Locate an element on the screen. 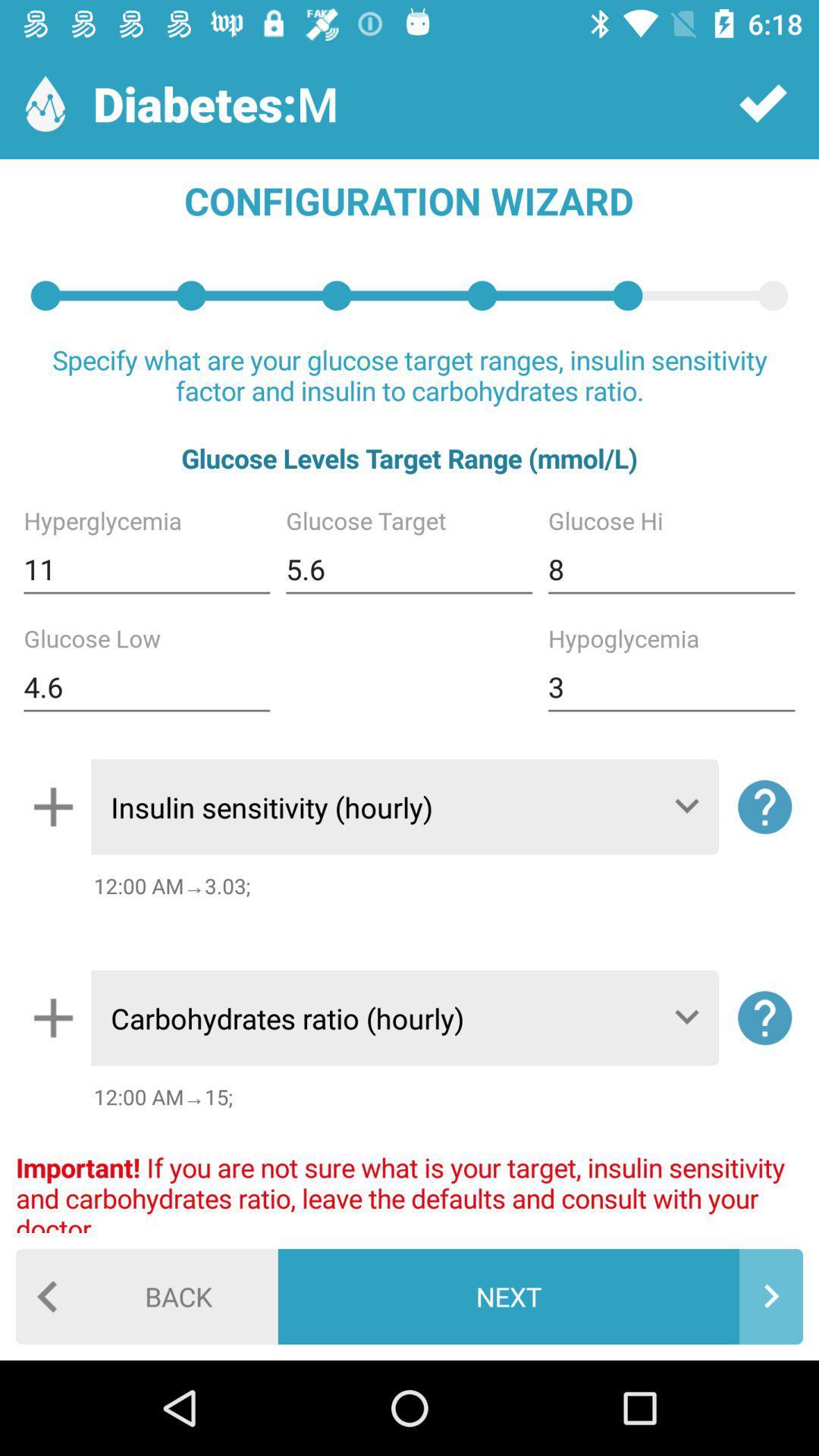 The image size is (819, 1456). the help icon is located at coordinates (764, 806).